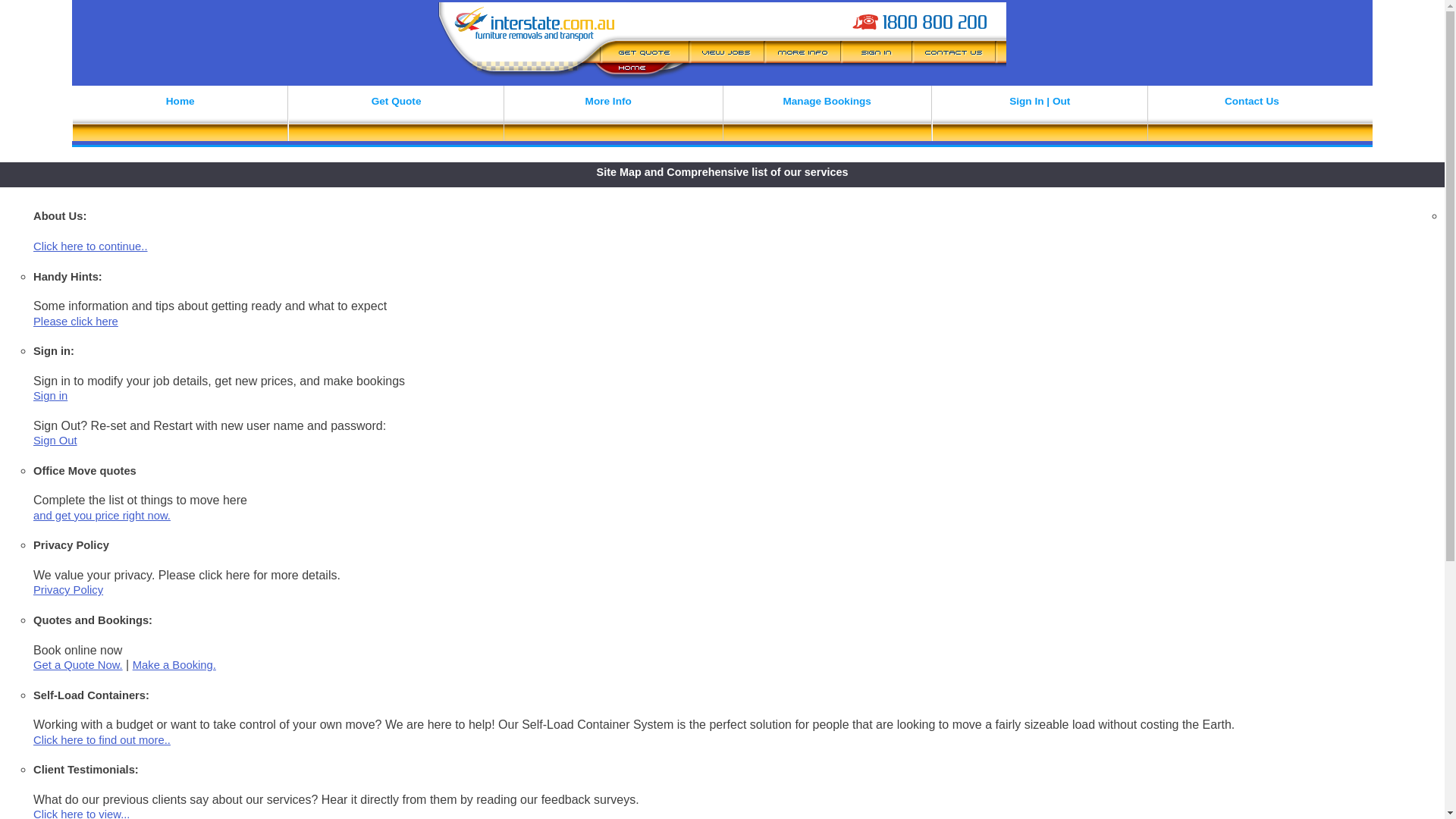 This screenshot has height=819, width=1456. I want to click on 'Sign in', so click(33, 394).